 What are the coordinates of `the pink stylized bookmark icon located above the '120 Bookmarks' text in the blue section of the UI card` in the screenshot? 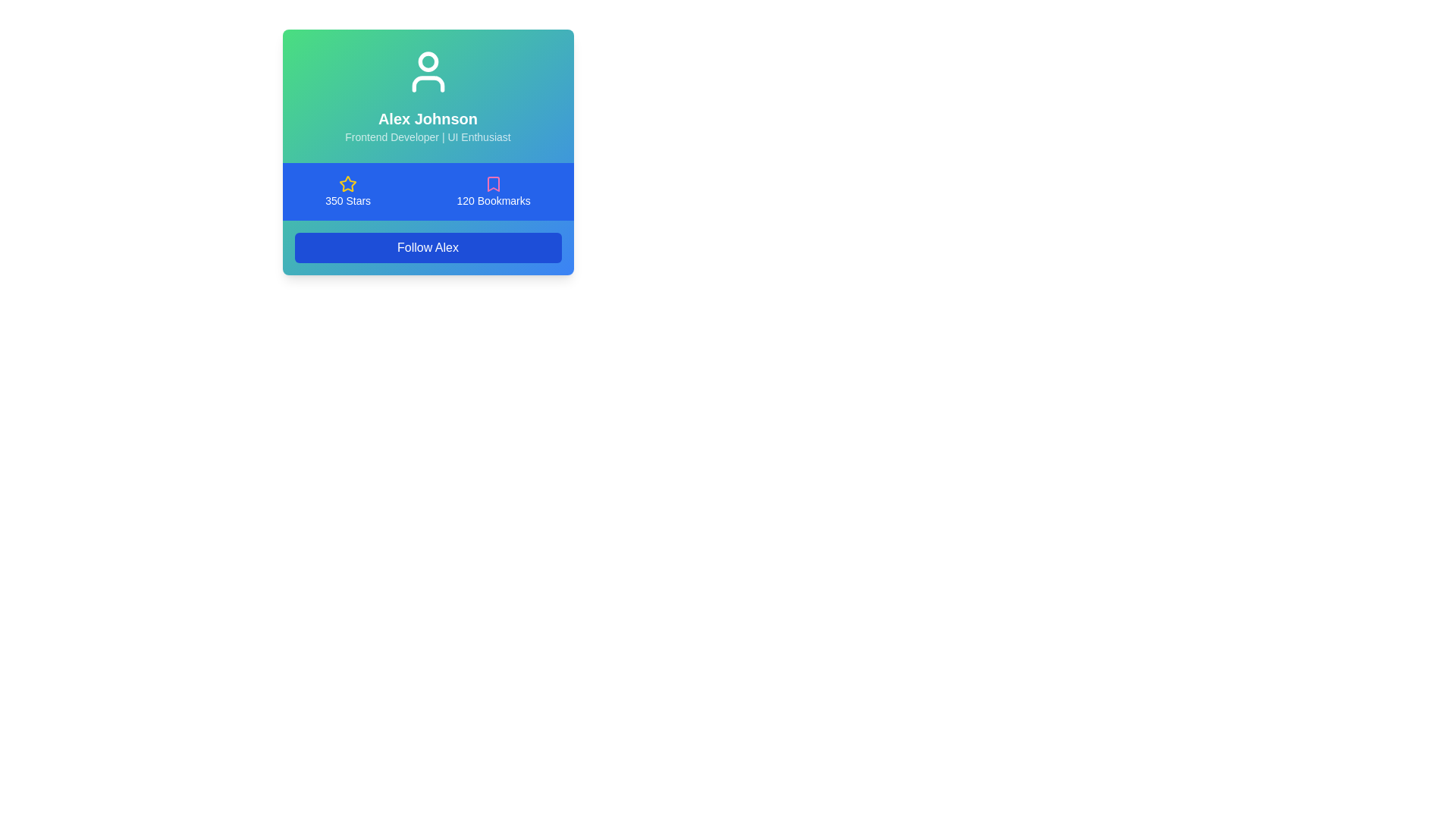 It's located at (494, 184).